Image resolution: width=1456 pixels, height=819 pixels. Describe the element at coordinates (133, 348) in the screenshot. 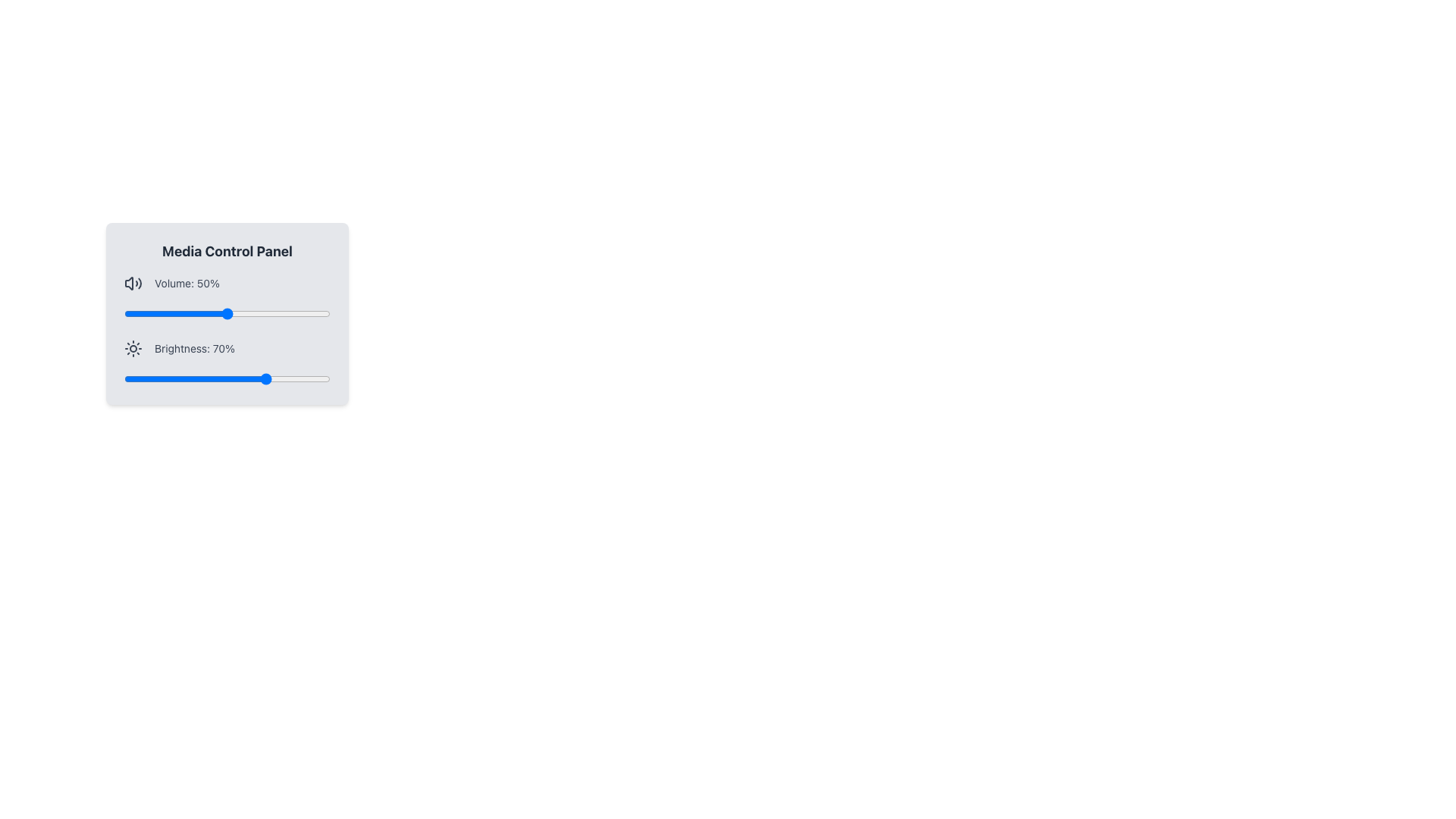

I see `the dark gray sun icon located to the left of the text 'Brightness: 70%' in the top-left corner of the 'Brightness' settings row within the control panel for informational purposes` at that location.